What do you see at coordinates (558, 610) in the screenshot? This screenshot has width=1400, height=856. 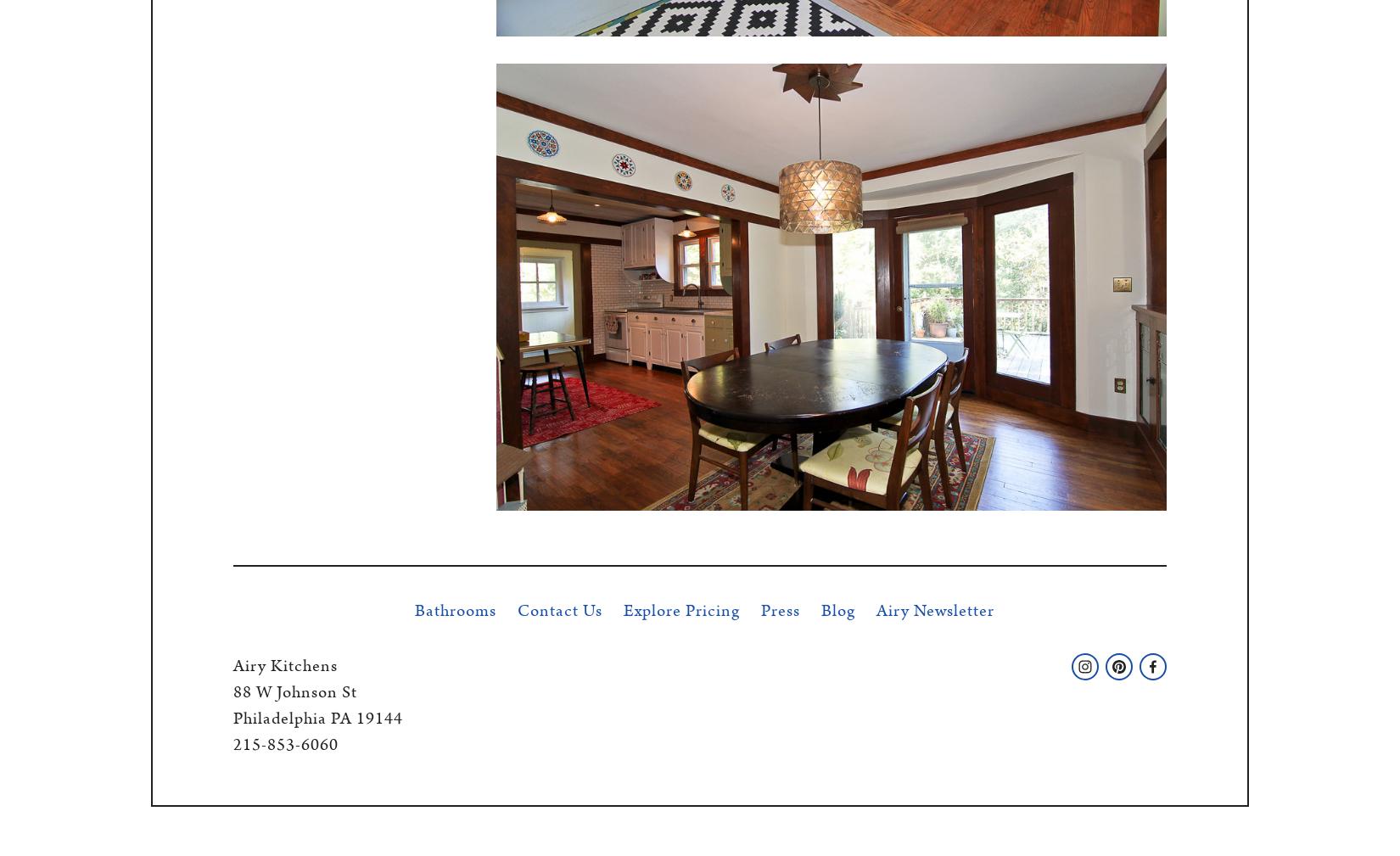 I see `'Contact Us'` at bounding box center [558, 610].